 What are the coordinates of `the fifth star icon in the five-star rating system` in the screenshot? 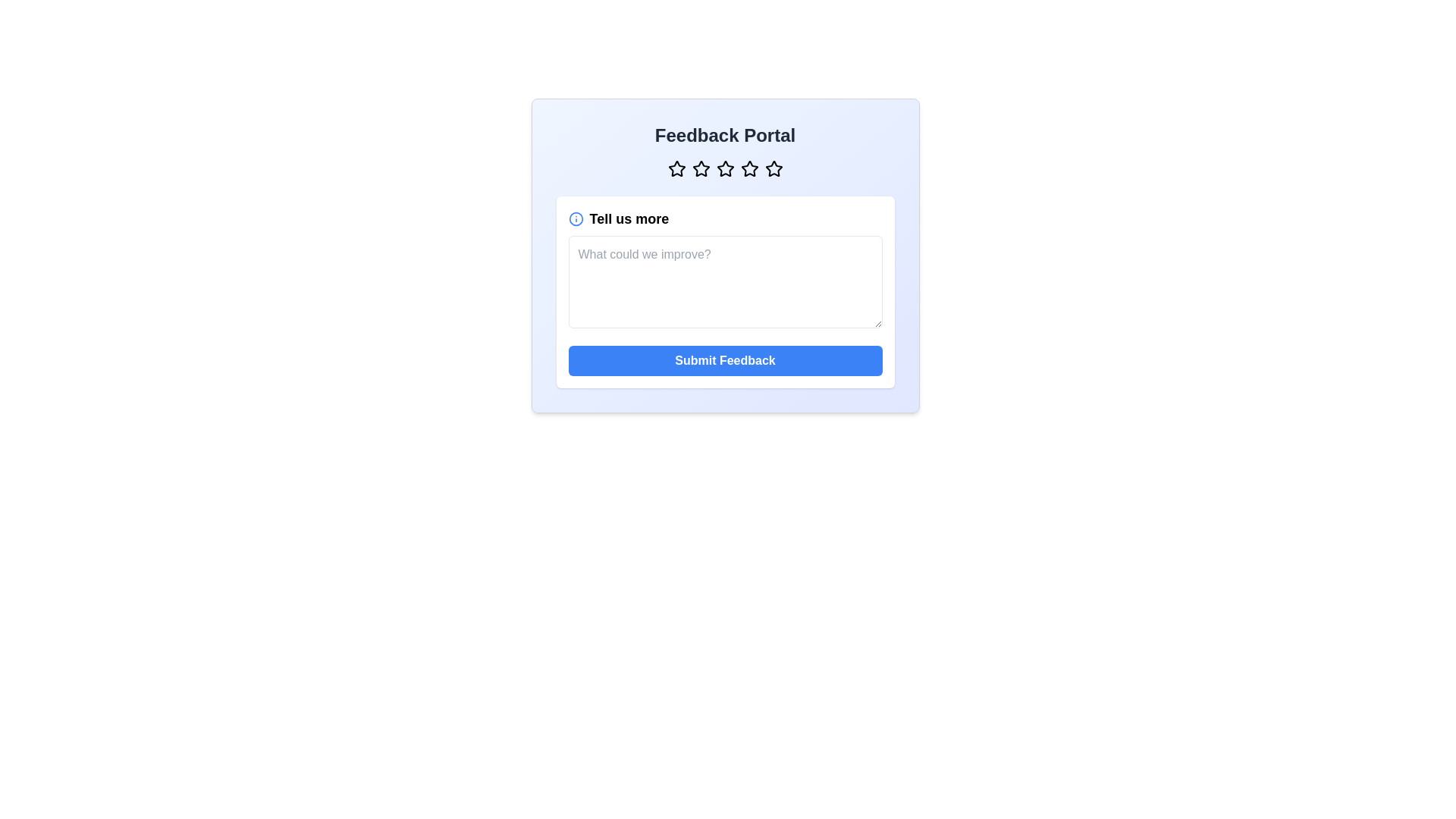 It's located at (773, 168).